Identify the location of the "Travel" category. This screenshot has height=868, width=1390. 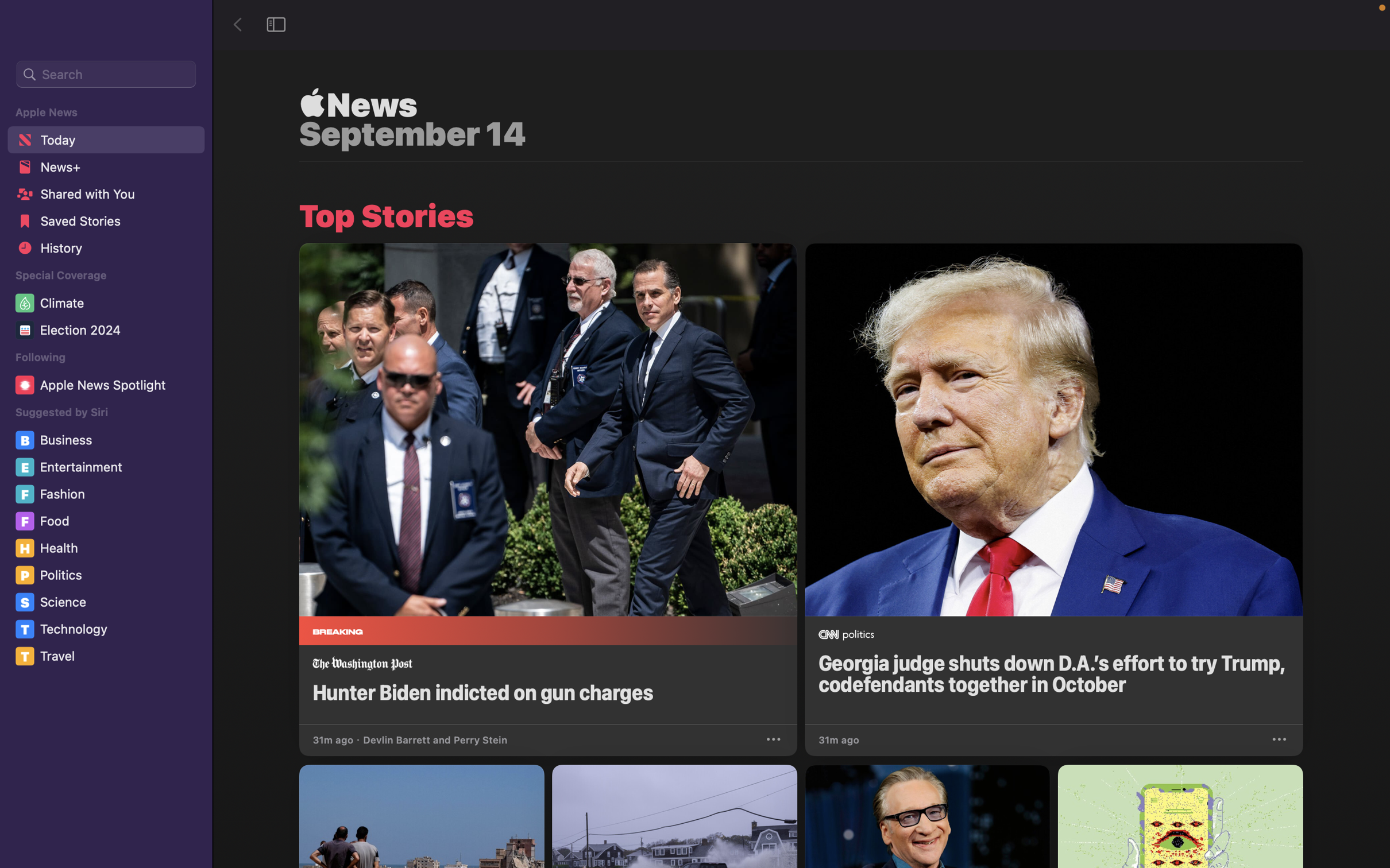
(109, 656).